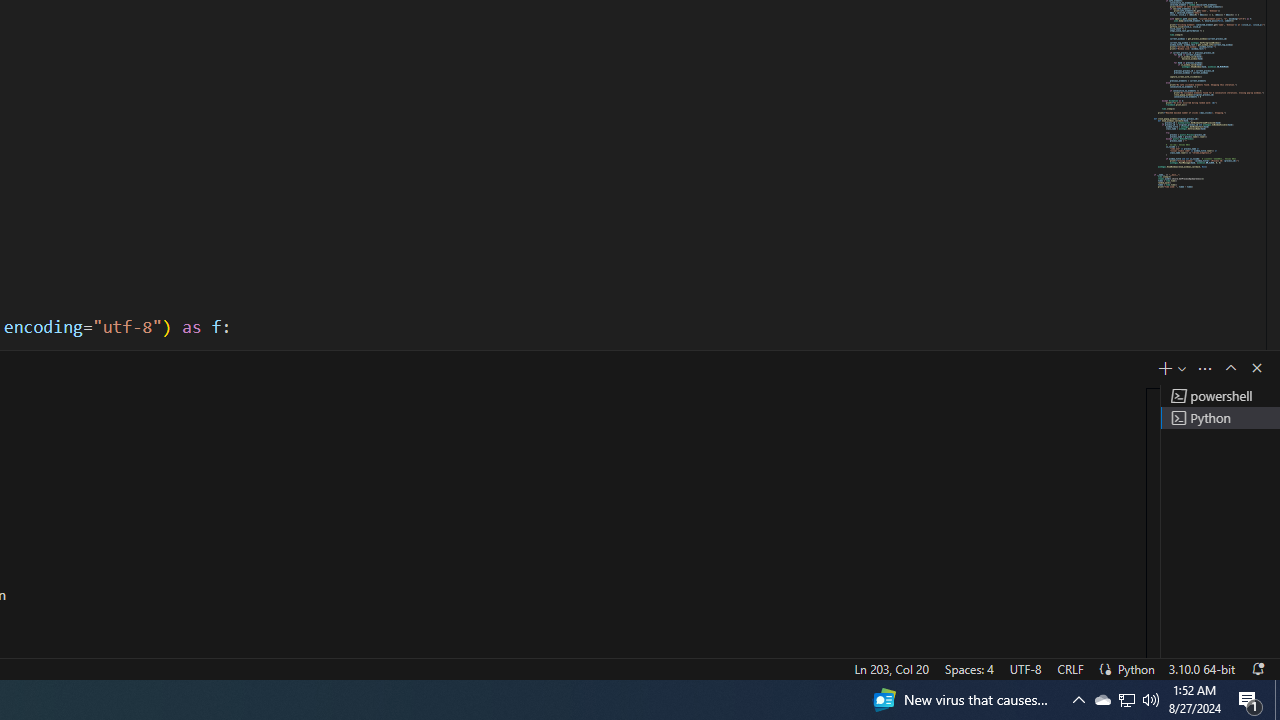 The width and height of the screenshot is (1280, 720). I want to click on 'Ln 203, Col 20', so click(890, 668).